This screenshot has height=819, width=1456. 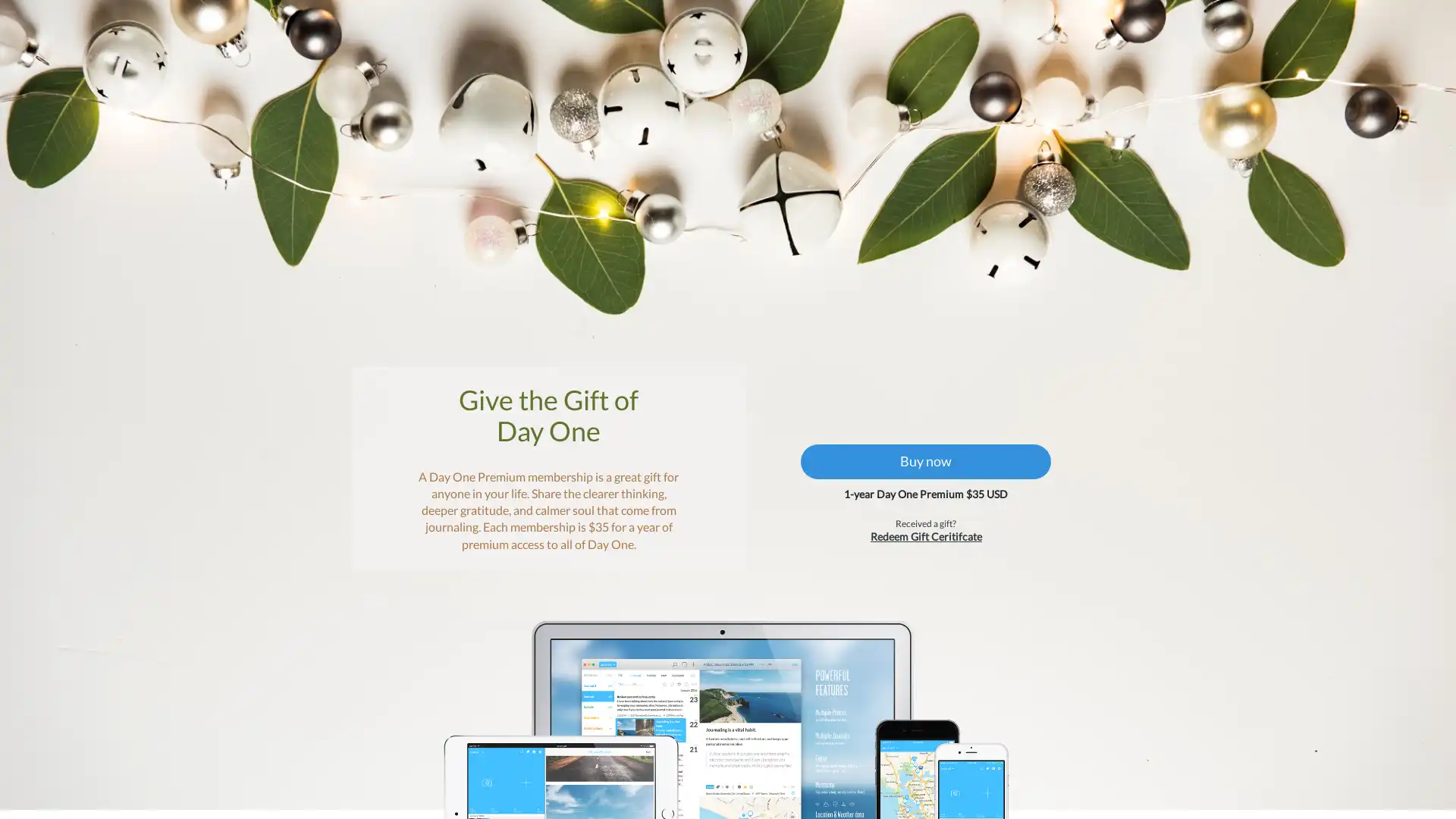 What do you see at coordinates (921, 472) in the screenshot?
I see `Buy now` at bounding box center [921, 472].